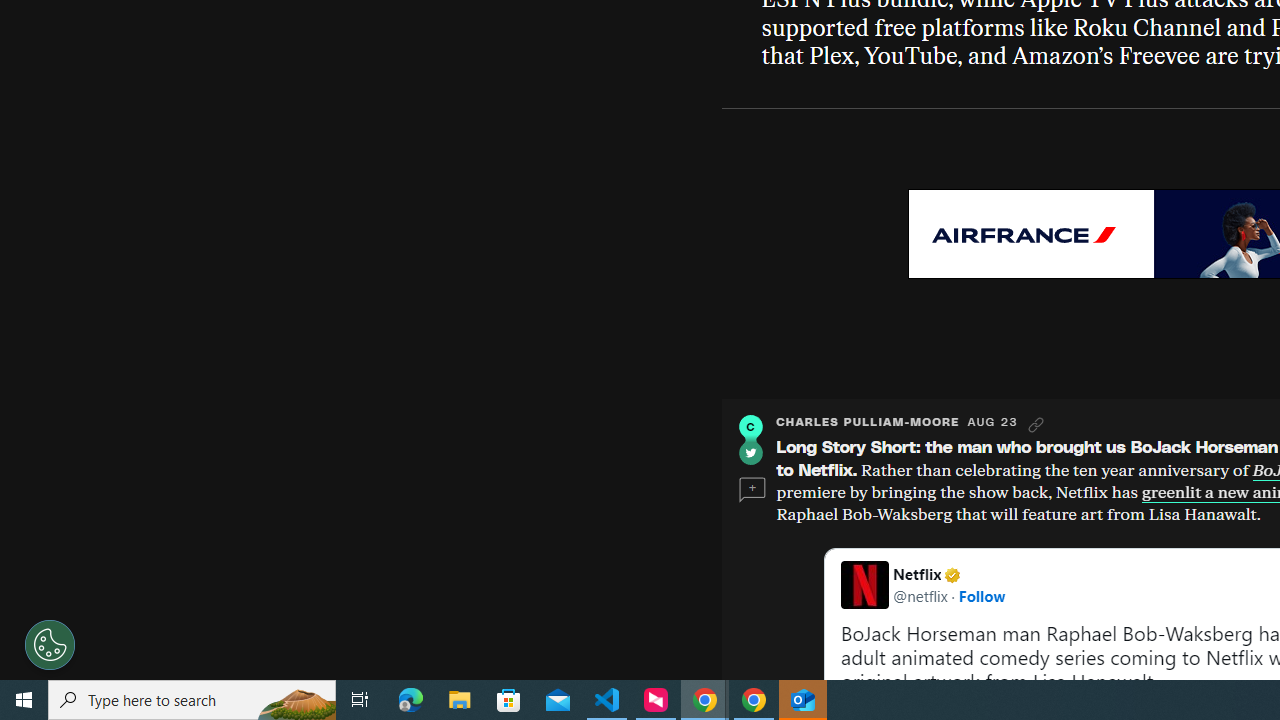 The image size is (1280, 720). Describe the element at coordinates (50, 645) in the screenshot. I see `'Open Preferences'` at that location.